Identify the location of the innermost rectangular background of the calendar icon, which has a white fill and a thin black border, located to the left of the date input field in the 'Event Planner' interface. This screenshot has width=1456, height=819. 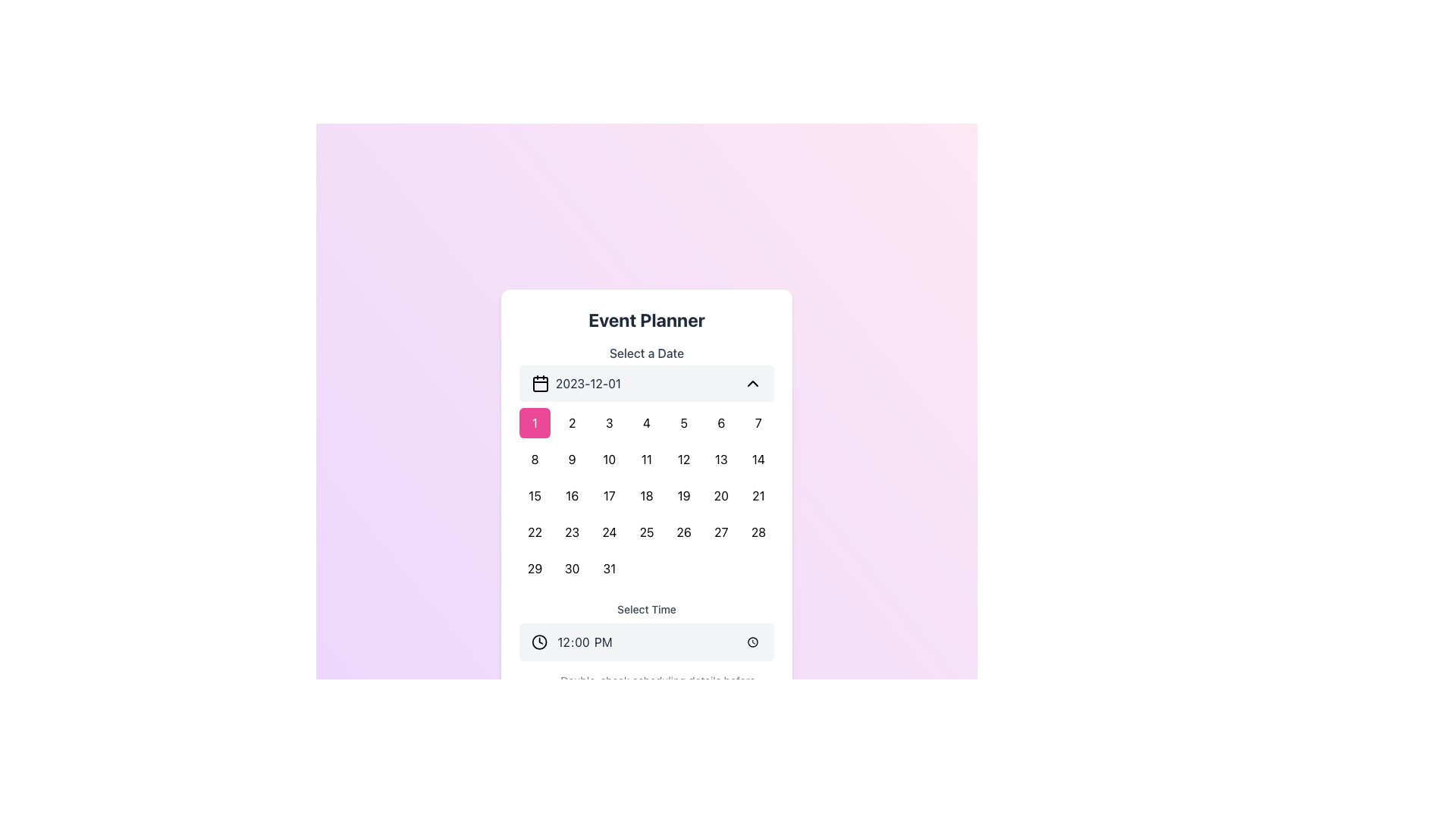
(541, 383).